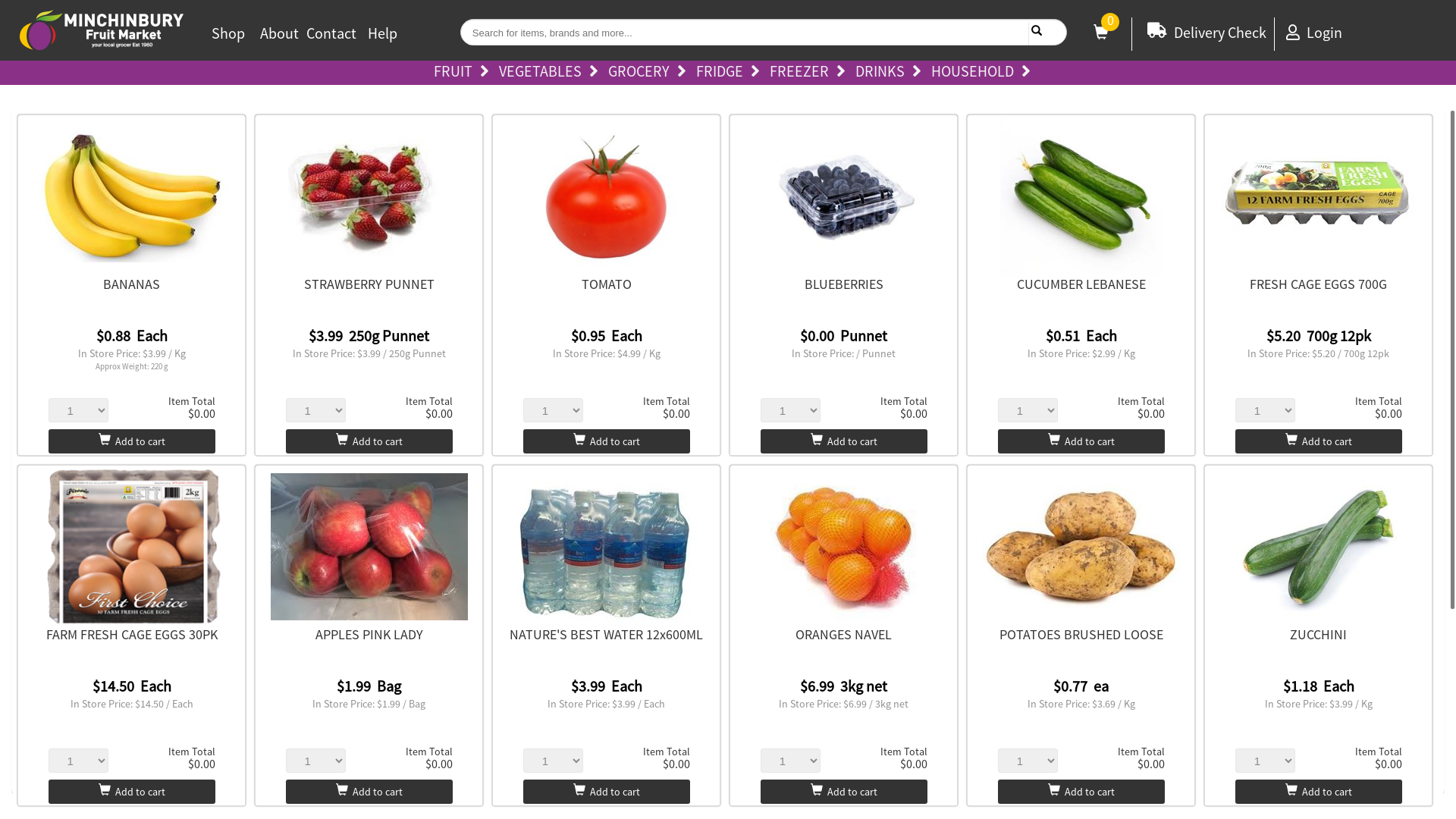  I want to click on 'Show details for STRAWBERRY PUNNET', so click(369, 195).